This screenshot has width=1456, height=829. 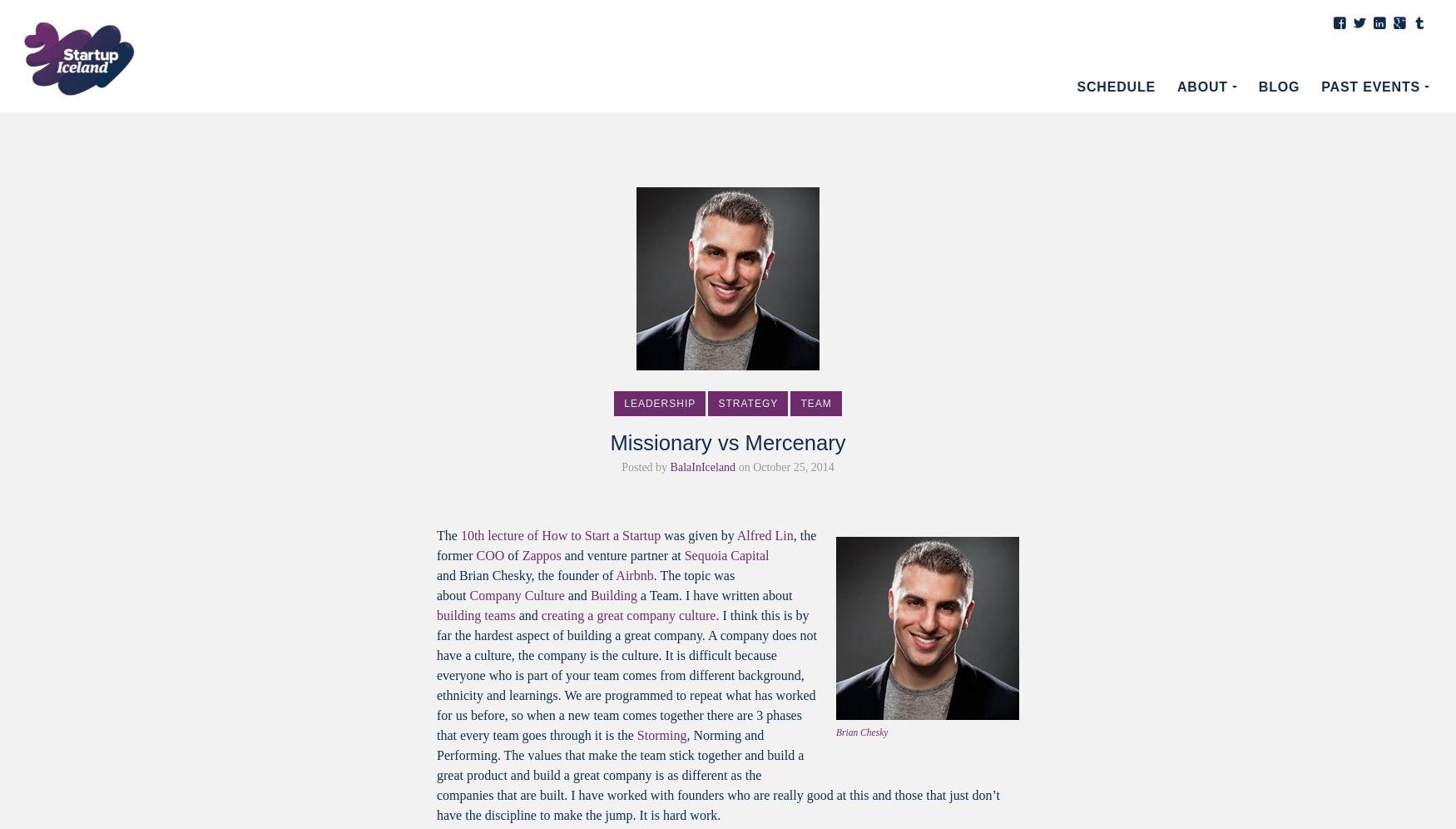 I want to click on 'COO', so click(x=490, y=555).